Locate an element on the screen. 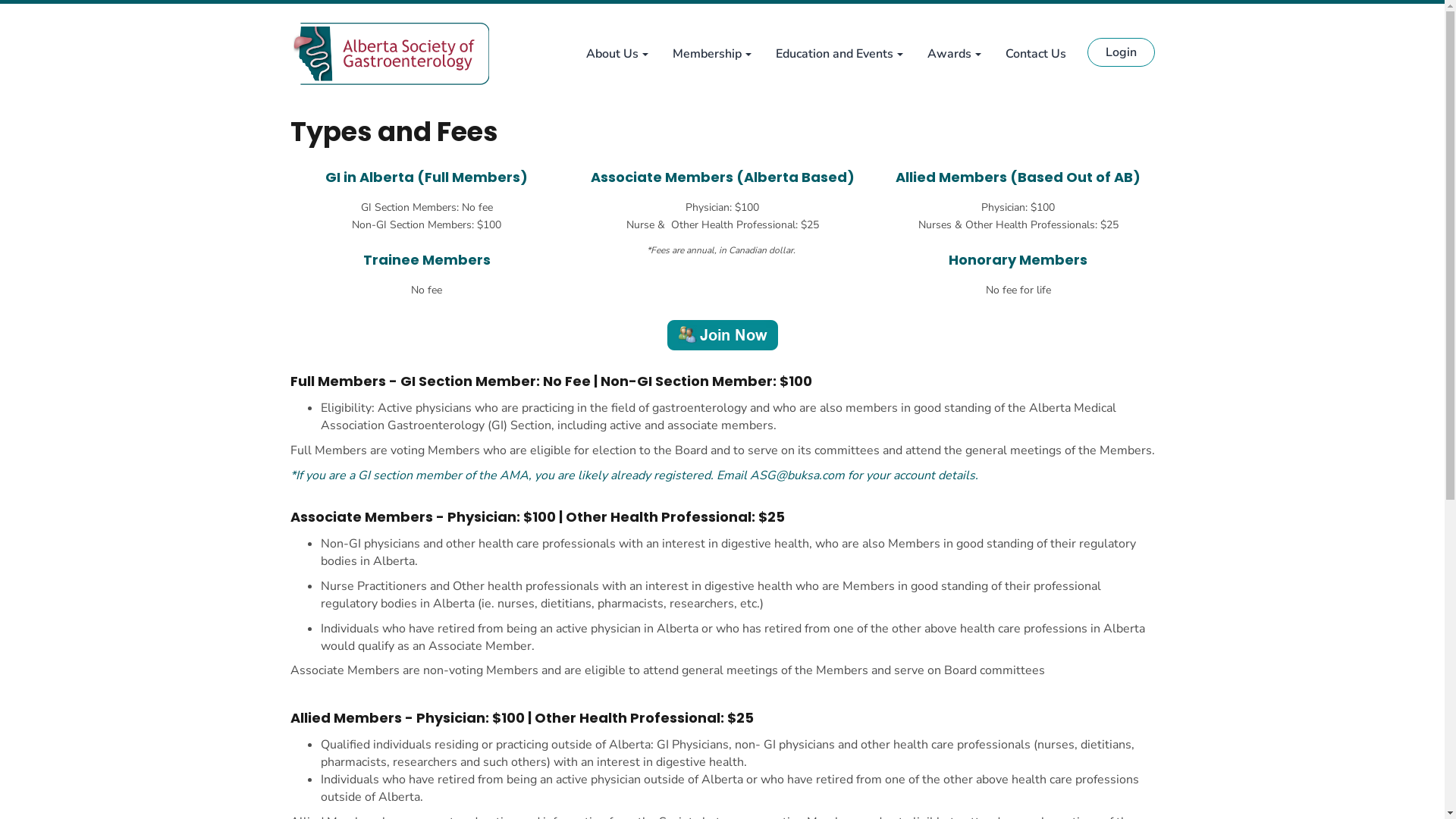  'Login' is located at coordinates (1121, 52).